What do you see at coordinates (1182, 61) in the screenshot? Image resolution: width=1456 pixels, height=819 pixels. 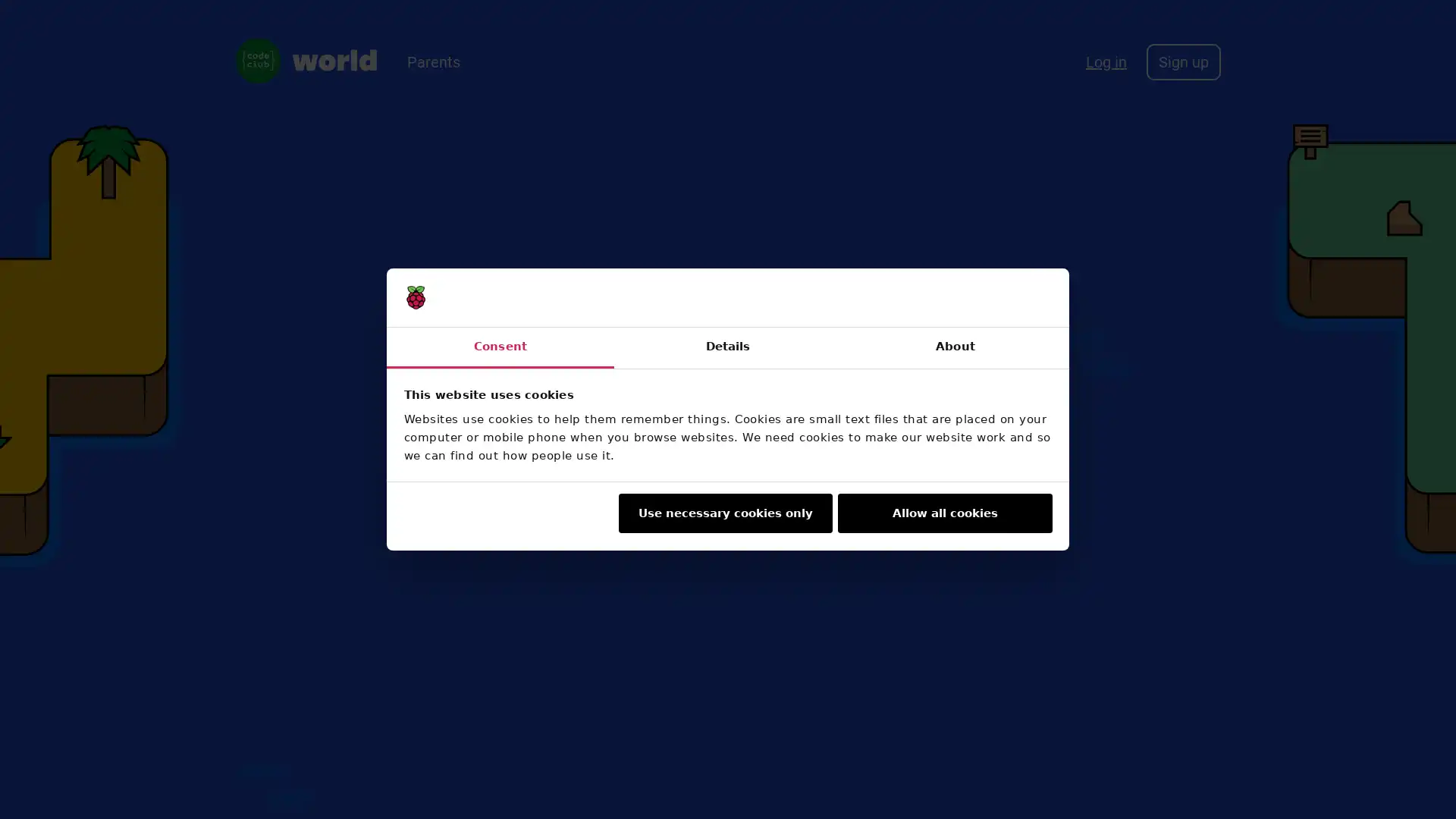 I see `Sign up` at bounding box center [1182, 61].